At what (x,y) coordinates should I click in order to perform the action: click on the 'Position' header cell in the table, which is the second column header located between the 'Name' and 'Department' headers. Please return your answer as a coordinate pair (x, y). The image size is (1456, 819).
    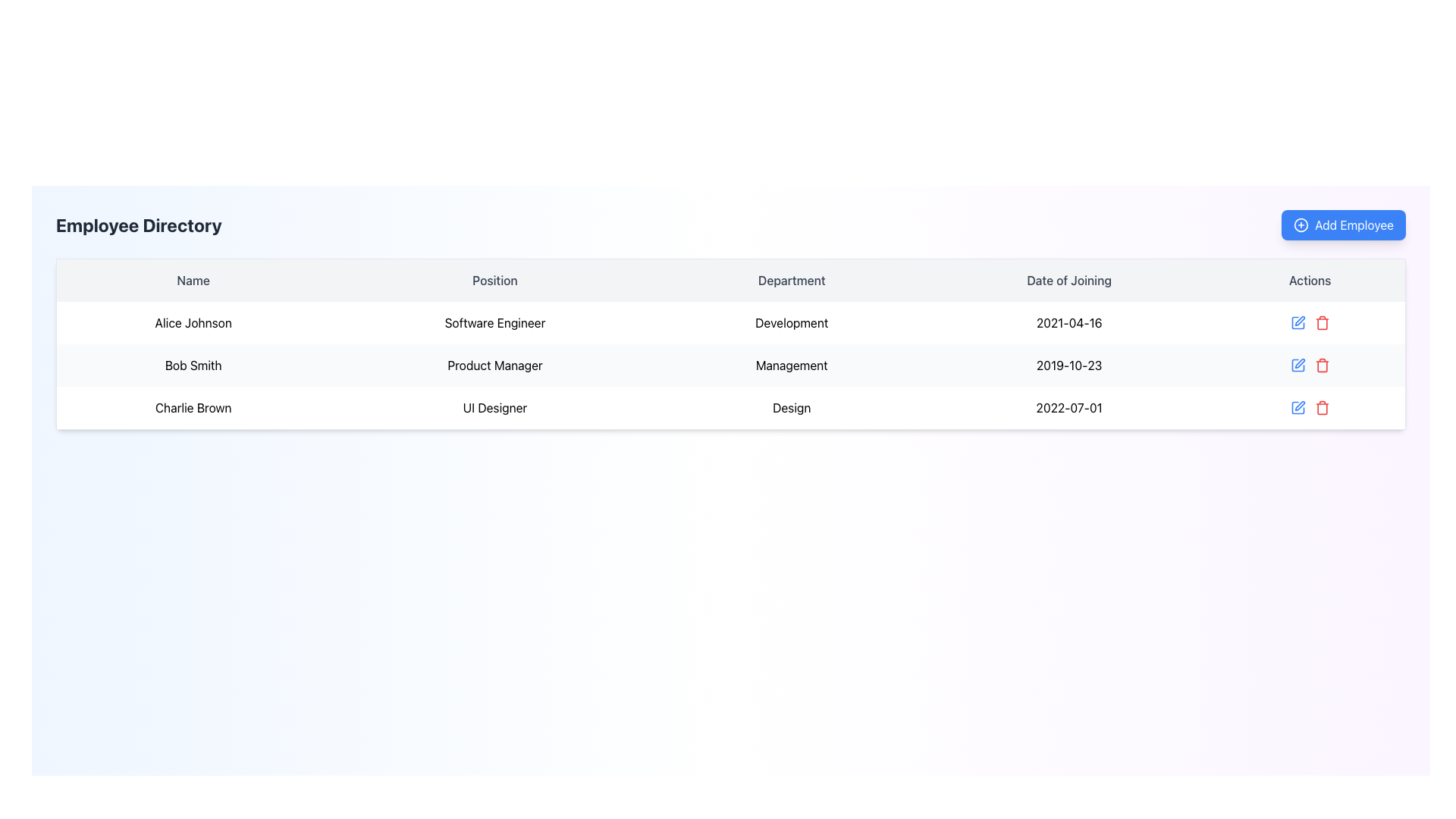
    Looking at the image, I should click on (494, 280).